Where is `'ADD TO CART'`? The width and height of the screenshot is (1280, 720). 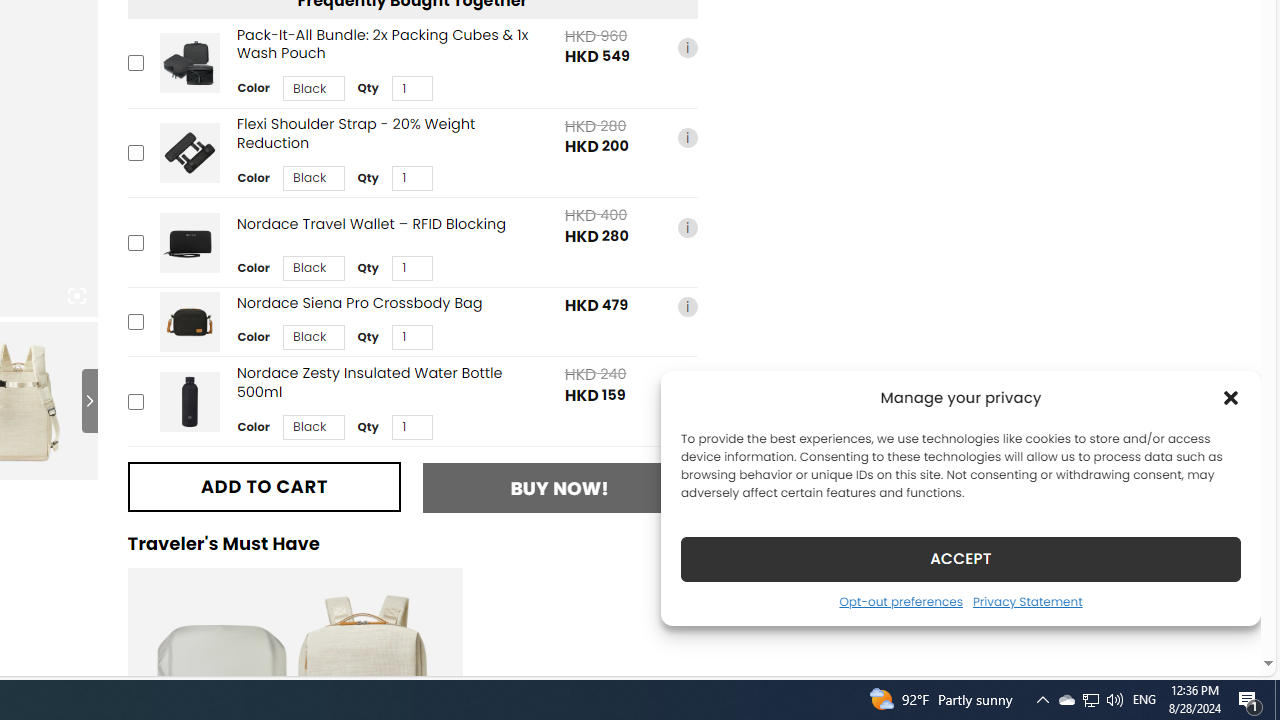
'ADD TO CART' is located at coordinates (263, 486).